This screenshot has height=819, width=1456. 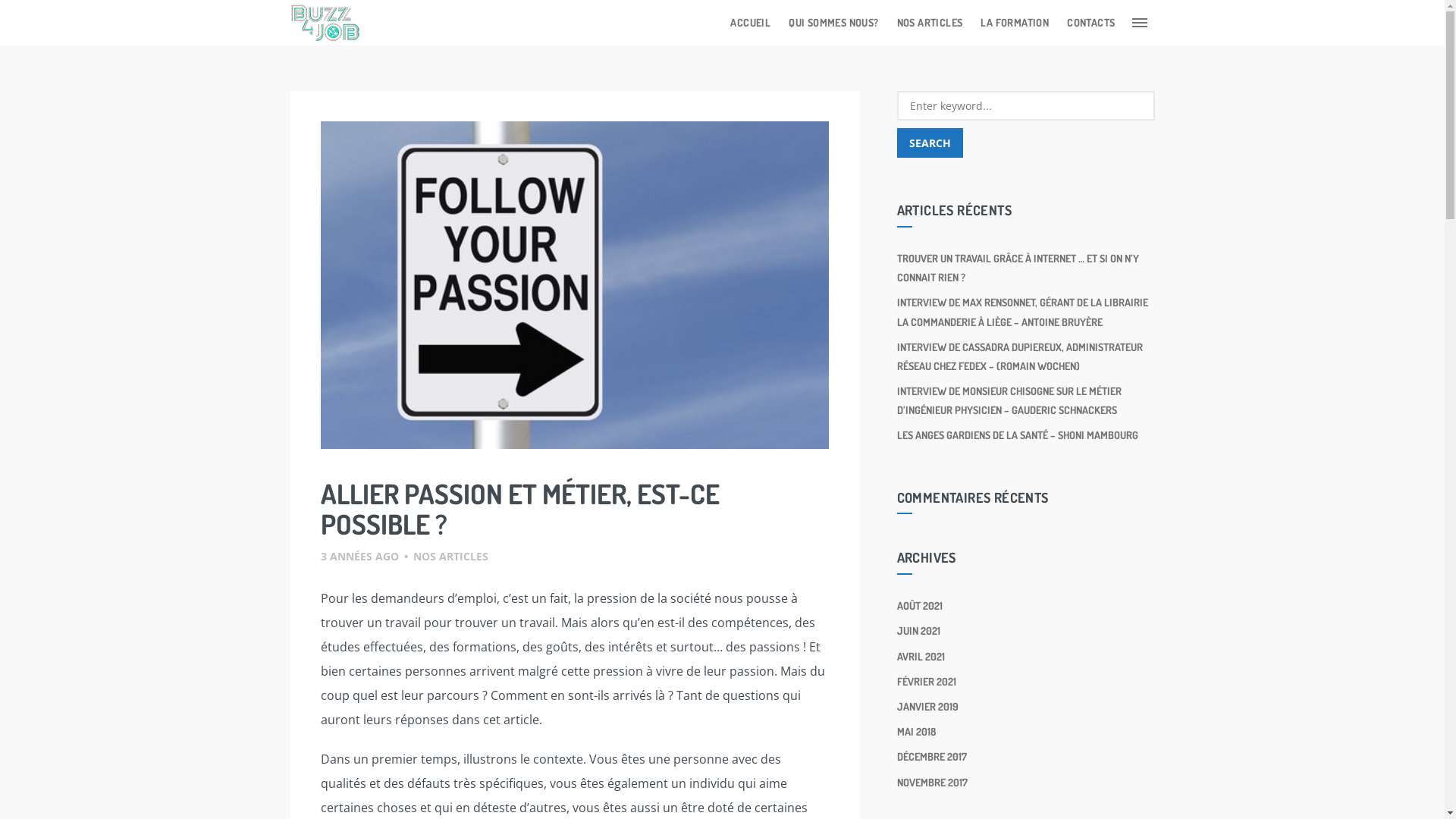 I want to click on 'ACCUEIL', so click(x=750, y=23).